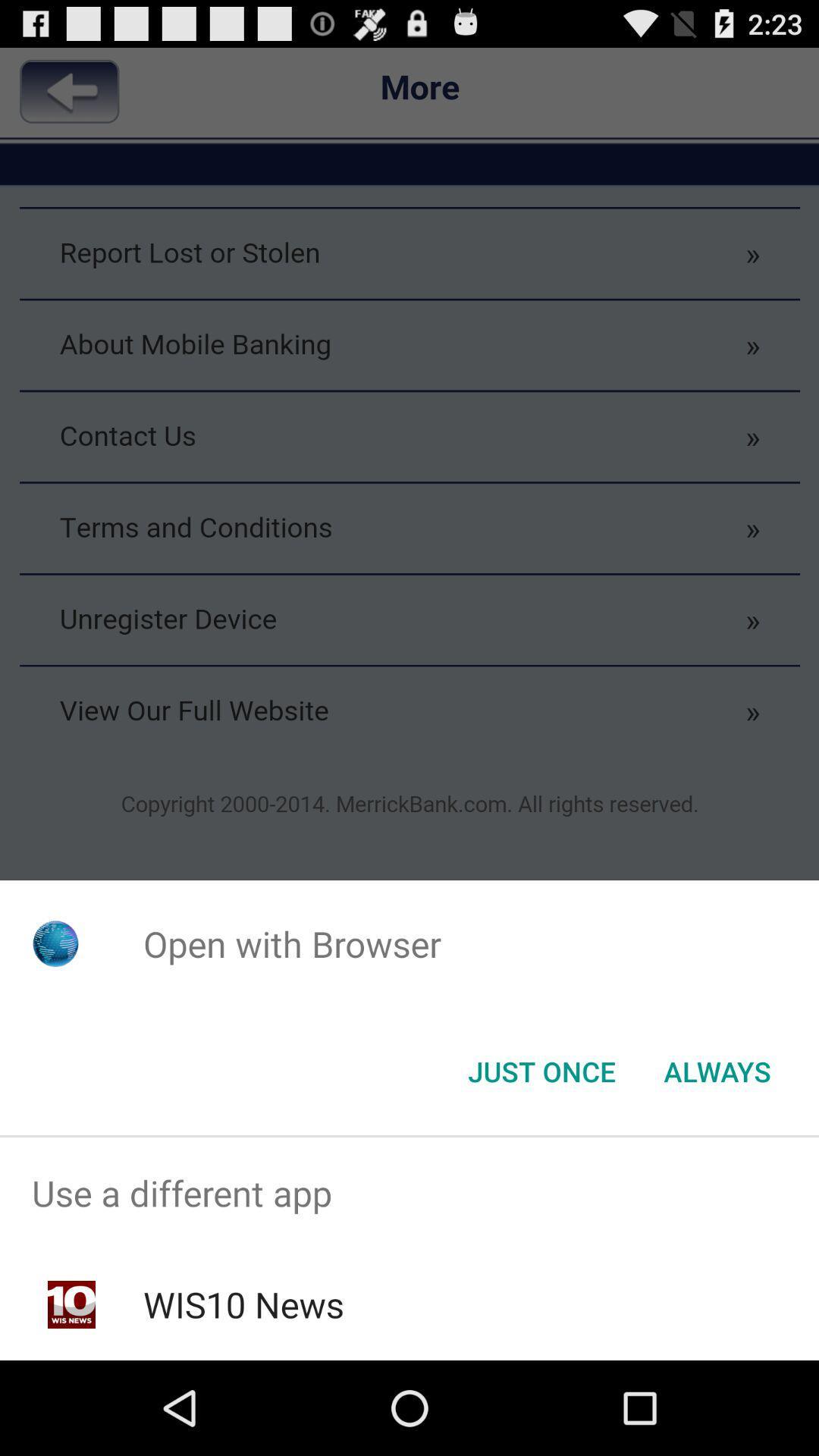 The height and width of the screenshot is (1456, 819). I want to click on use a different app, so click(409, 1192).